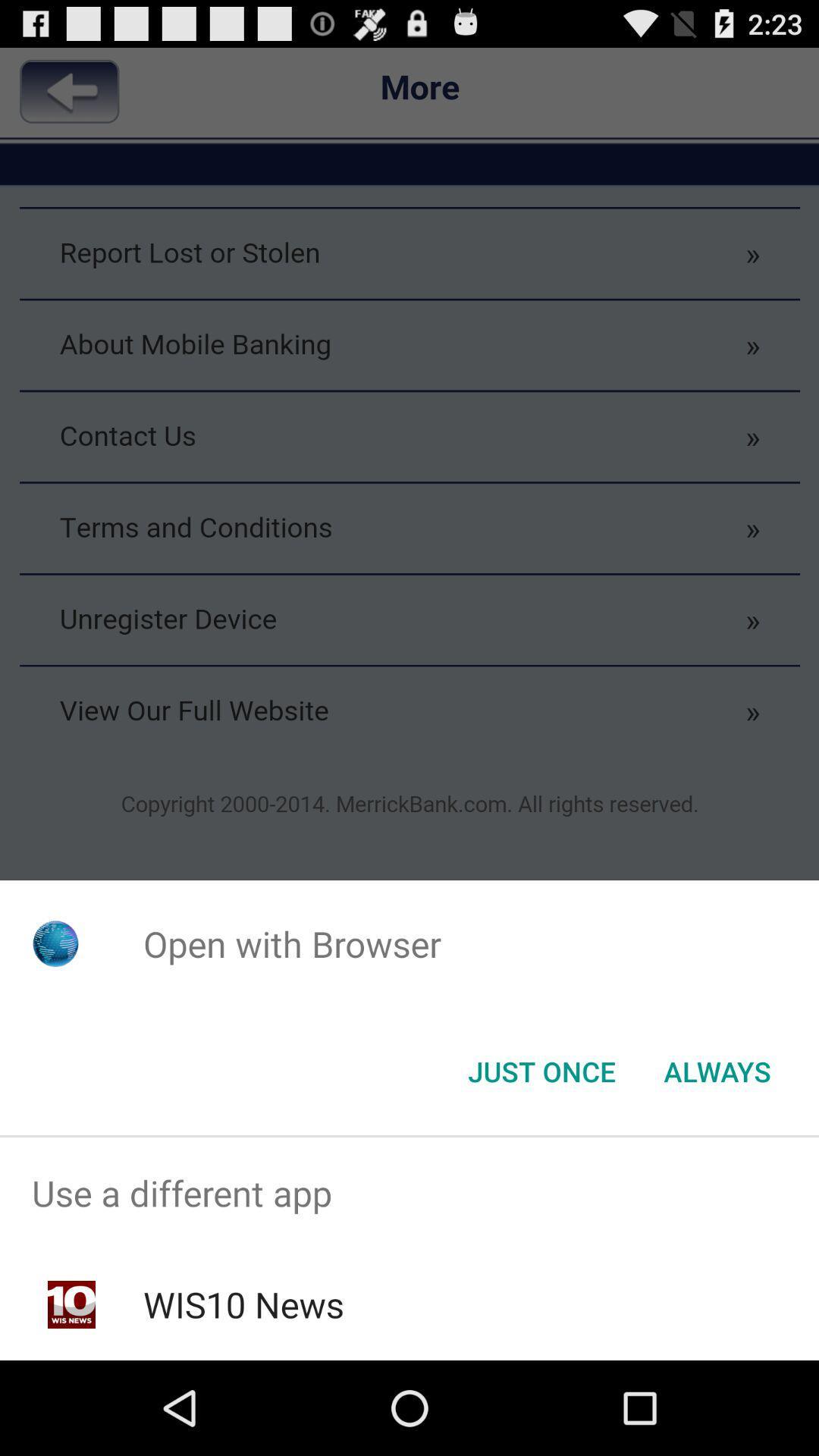 The height and width of the screenshot is (1456, 819). I want to click on use a different app, so click(409, 1192).